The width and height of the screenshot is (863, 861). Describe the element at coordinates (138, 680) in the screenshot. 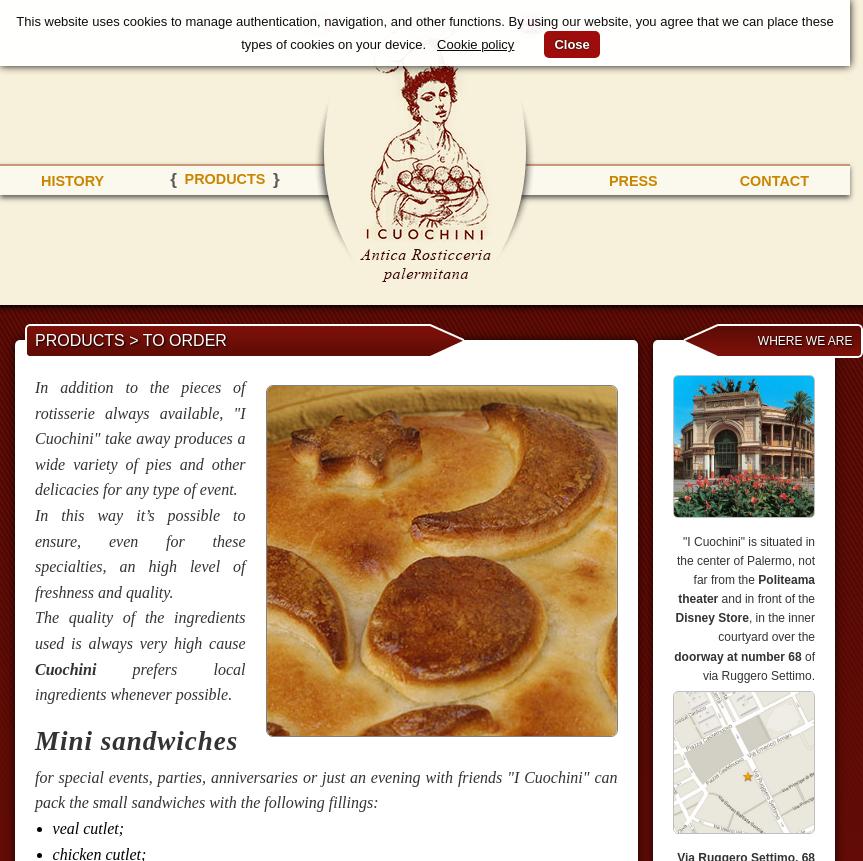

I see `'prefers local ingredients whenever possible.'` at that location.